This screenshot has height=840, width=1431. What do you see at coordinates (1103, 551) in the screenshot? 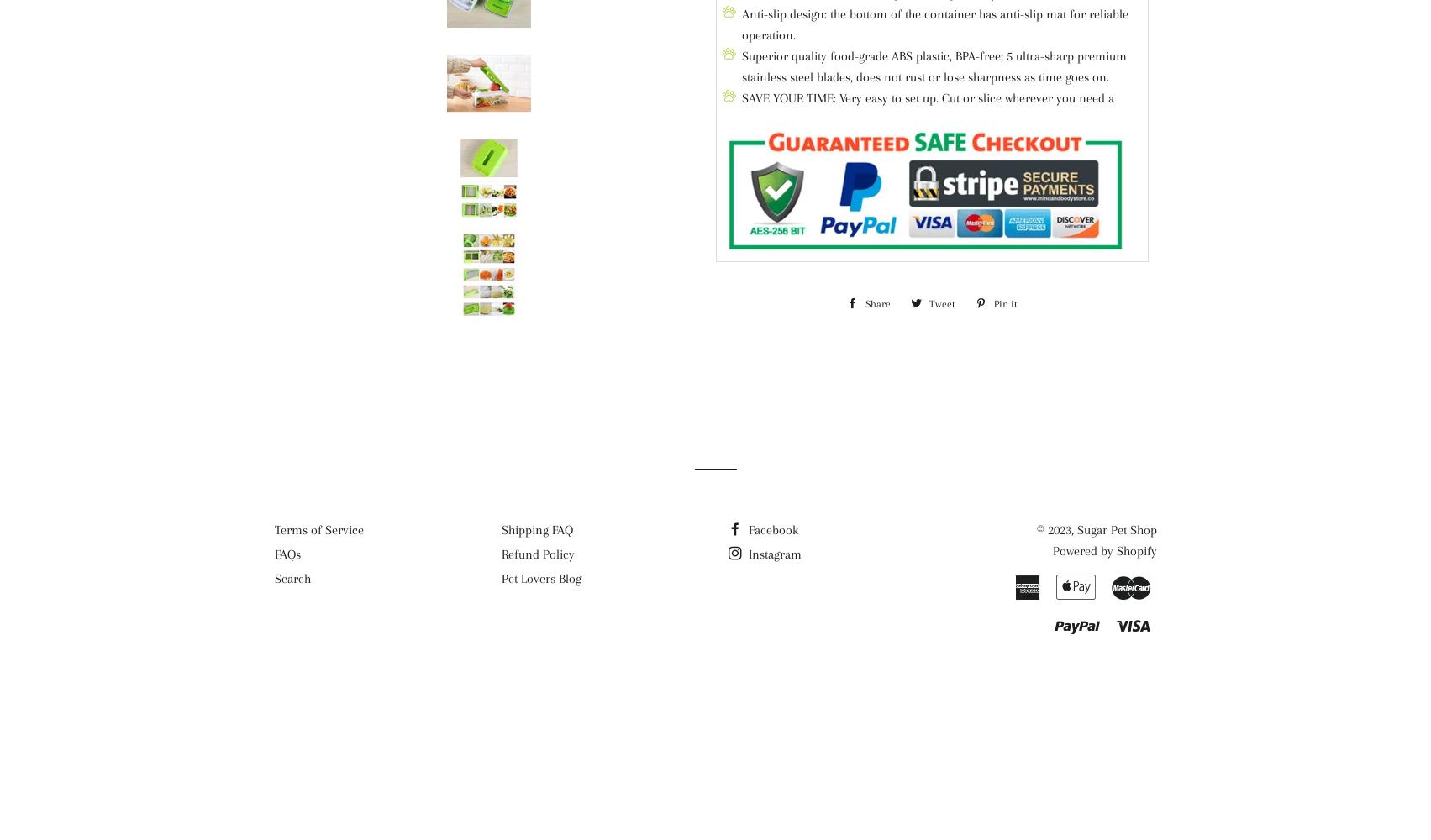
I see `'Powered by Shopify'` at bounding box center [1103, 551].